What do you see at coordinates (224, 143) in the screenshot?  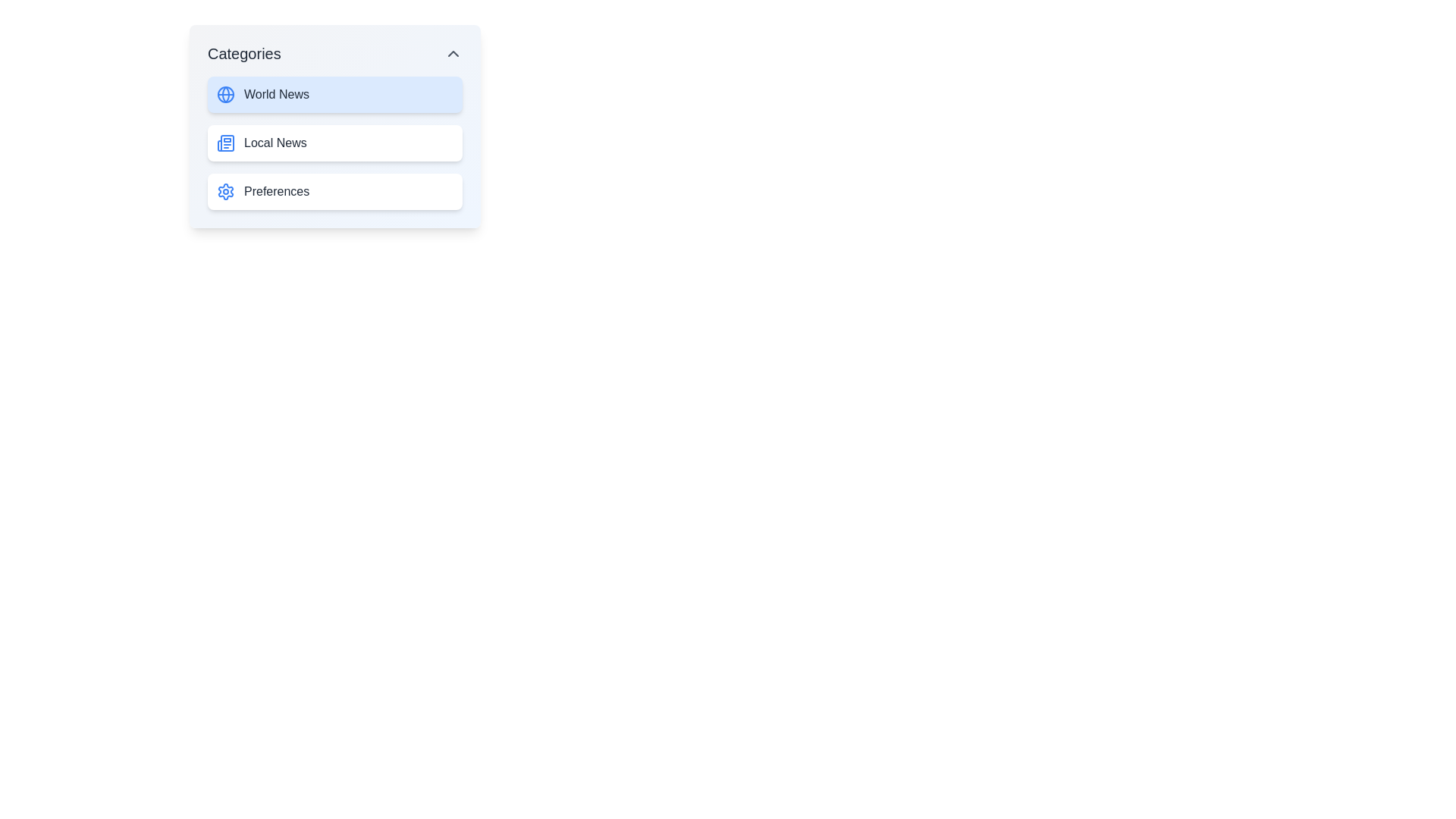 I see `the leftmost icon representing 'Local News' in the 'Categories' section of the navigational menu` at bounding box center [224, 143].